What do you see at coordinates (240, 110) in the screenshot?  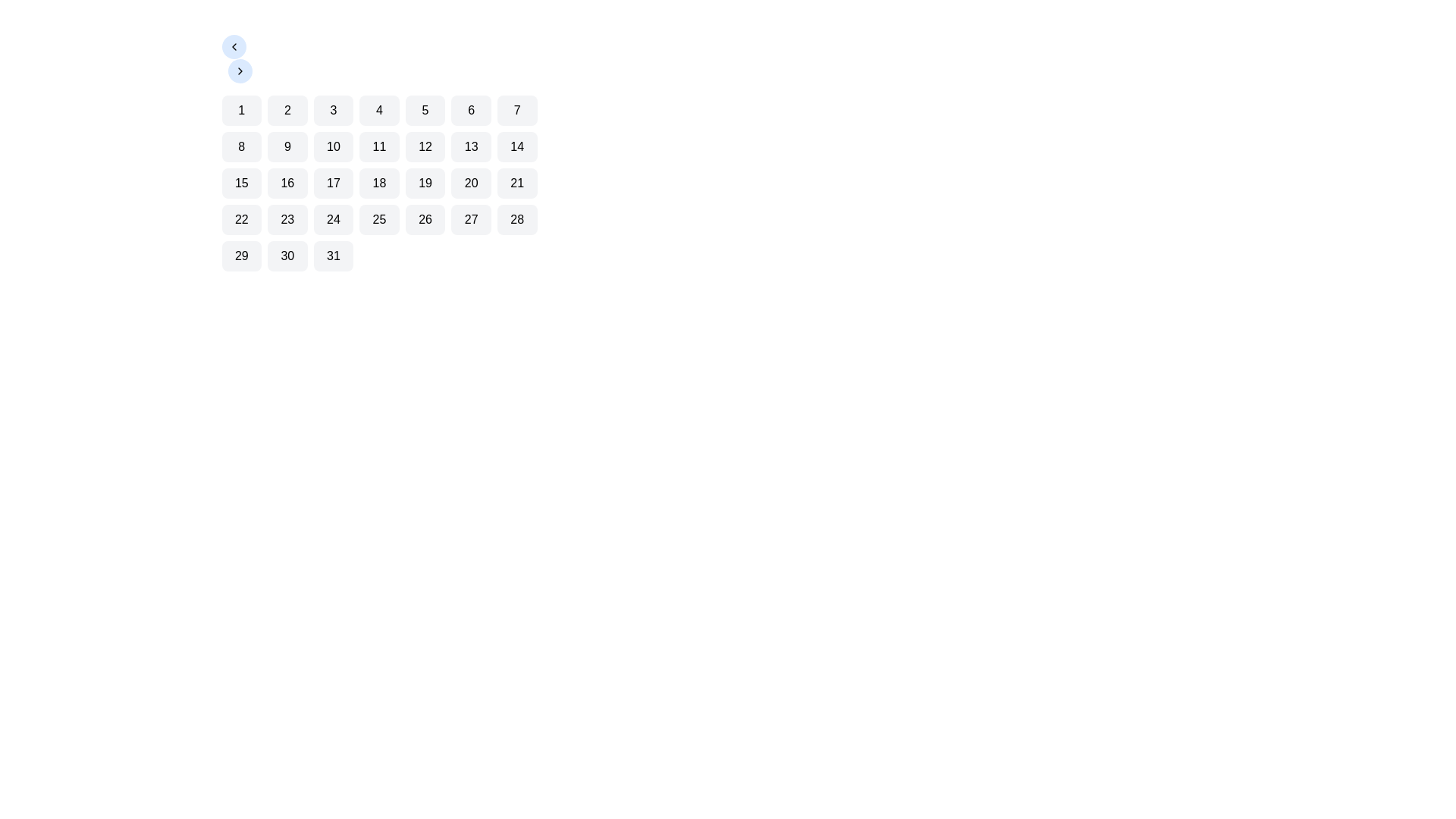 I see `the first grid item located` at bounding box center [240, 110].